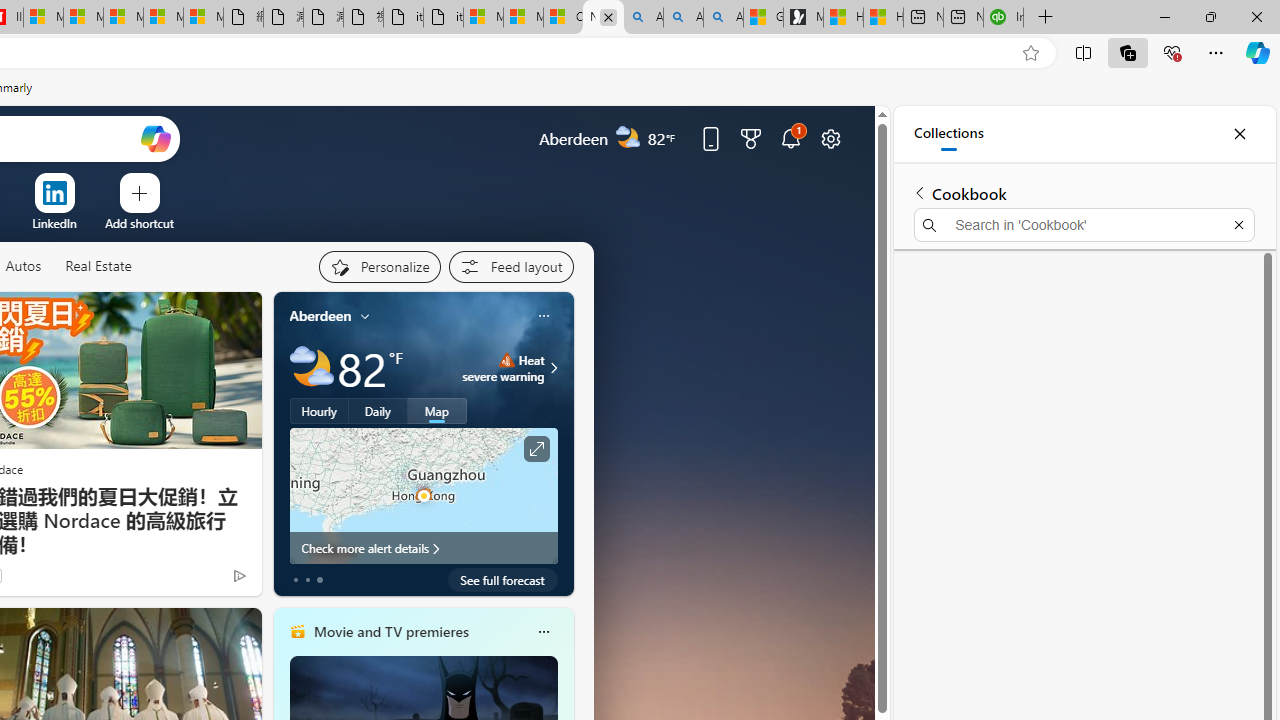  I want to click on 'Feed settings', so click(510, 266).